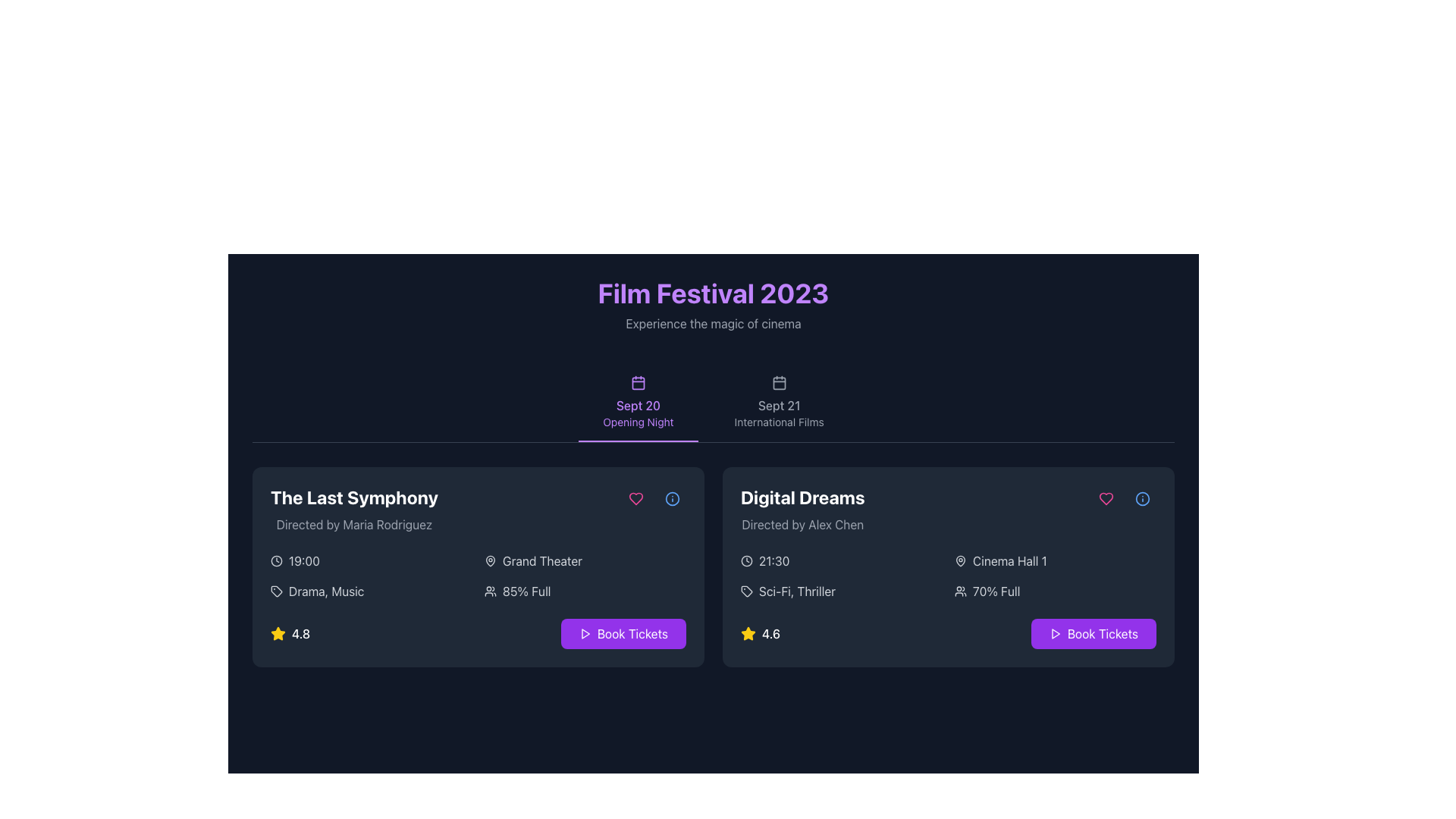 This screenshot has width=1456, height=819. What do you see at coordinates (654, 499) in the screenshot?
I see `the group of interactive buttons or icons located in the top-right corner of 'The Last Symphony' card, which provides quick functionalities such as marking as favorite or accessing additional information` at bounding box center [654, 499].